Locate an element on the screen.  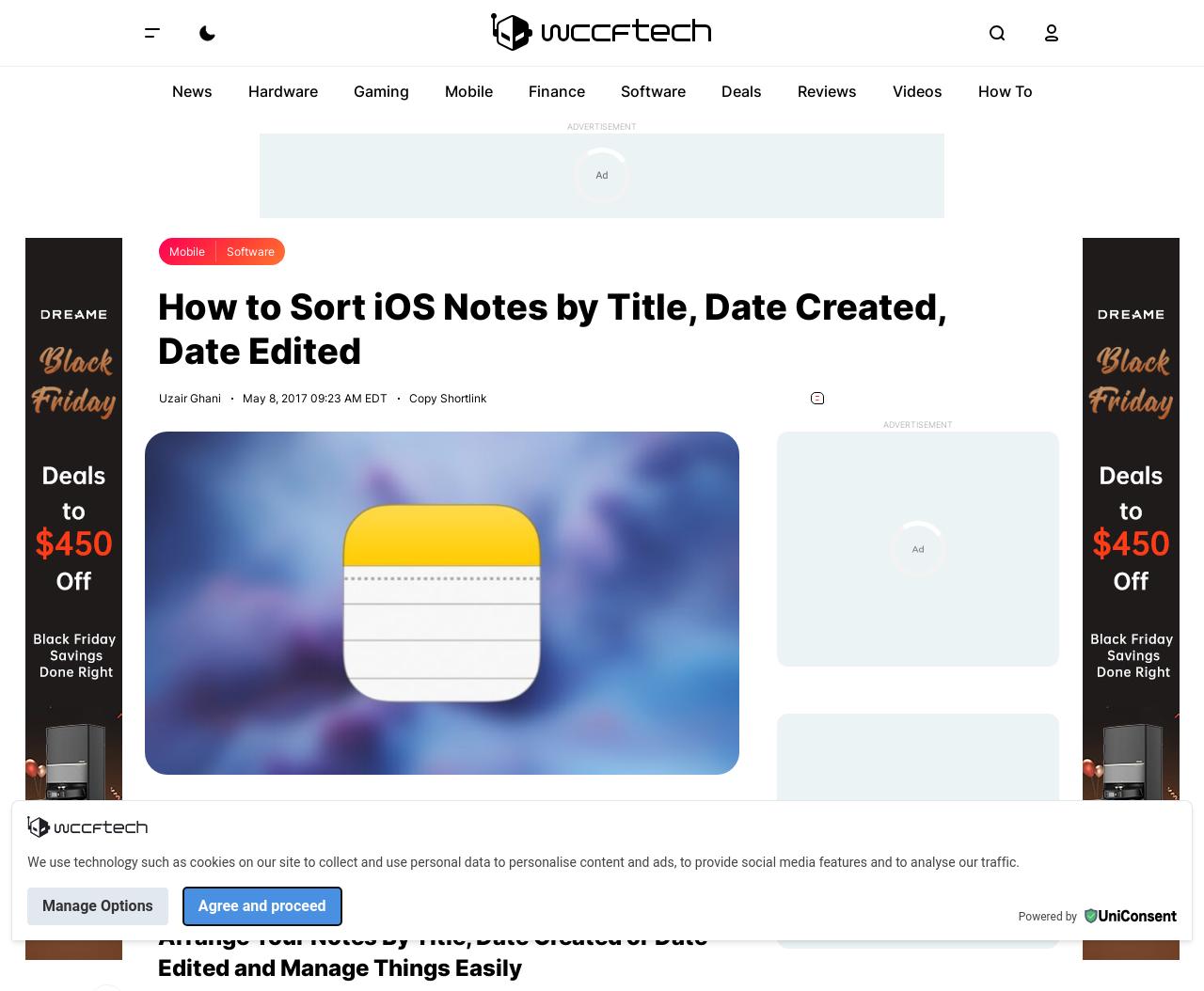
'Finance' is located at coordinates (554, 89).